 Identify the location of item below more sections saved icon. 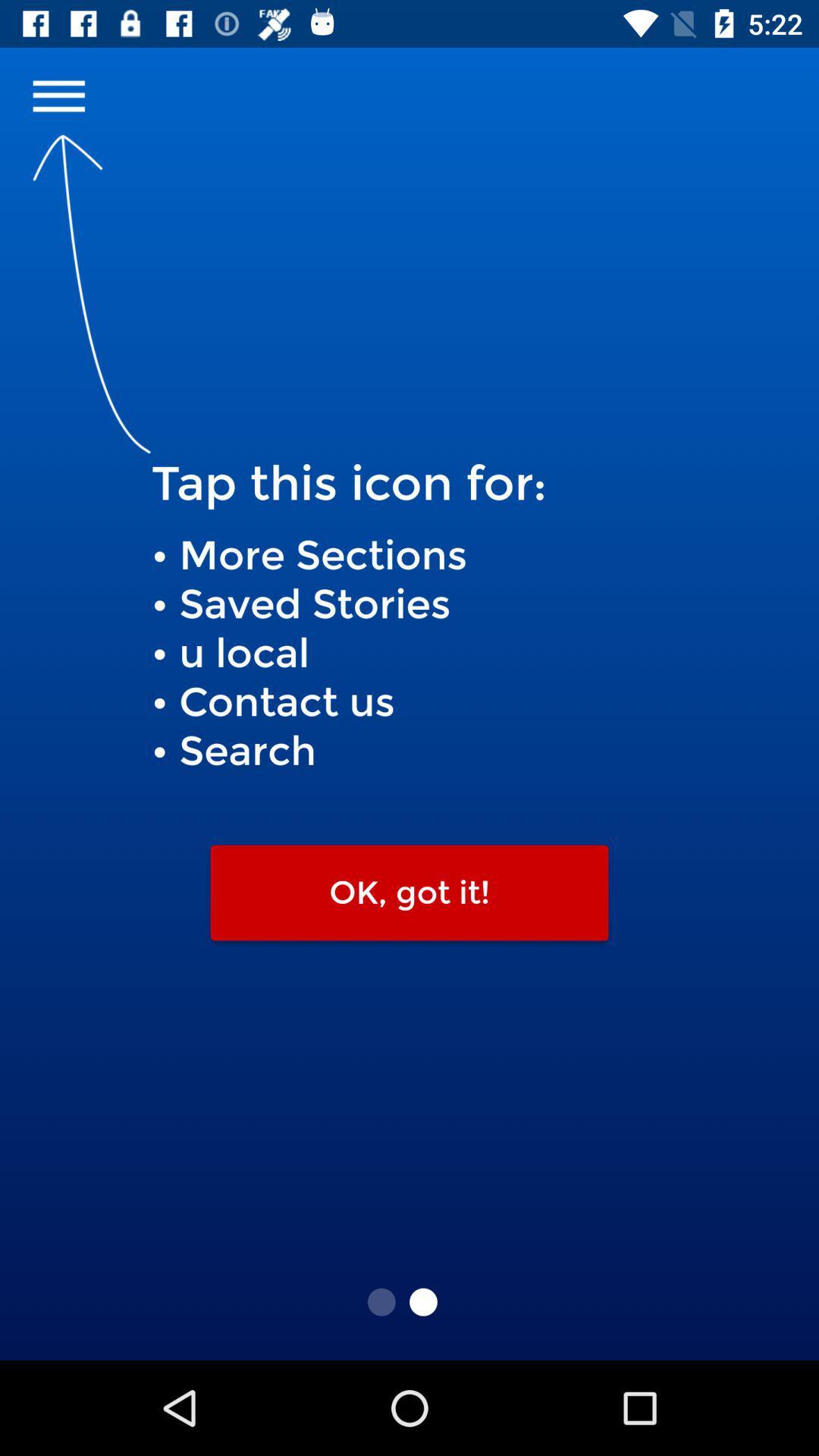
(409, 893).